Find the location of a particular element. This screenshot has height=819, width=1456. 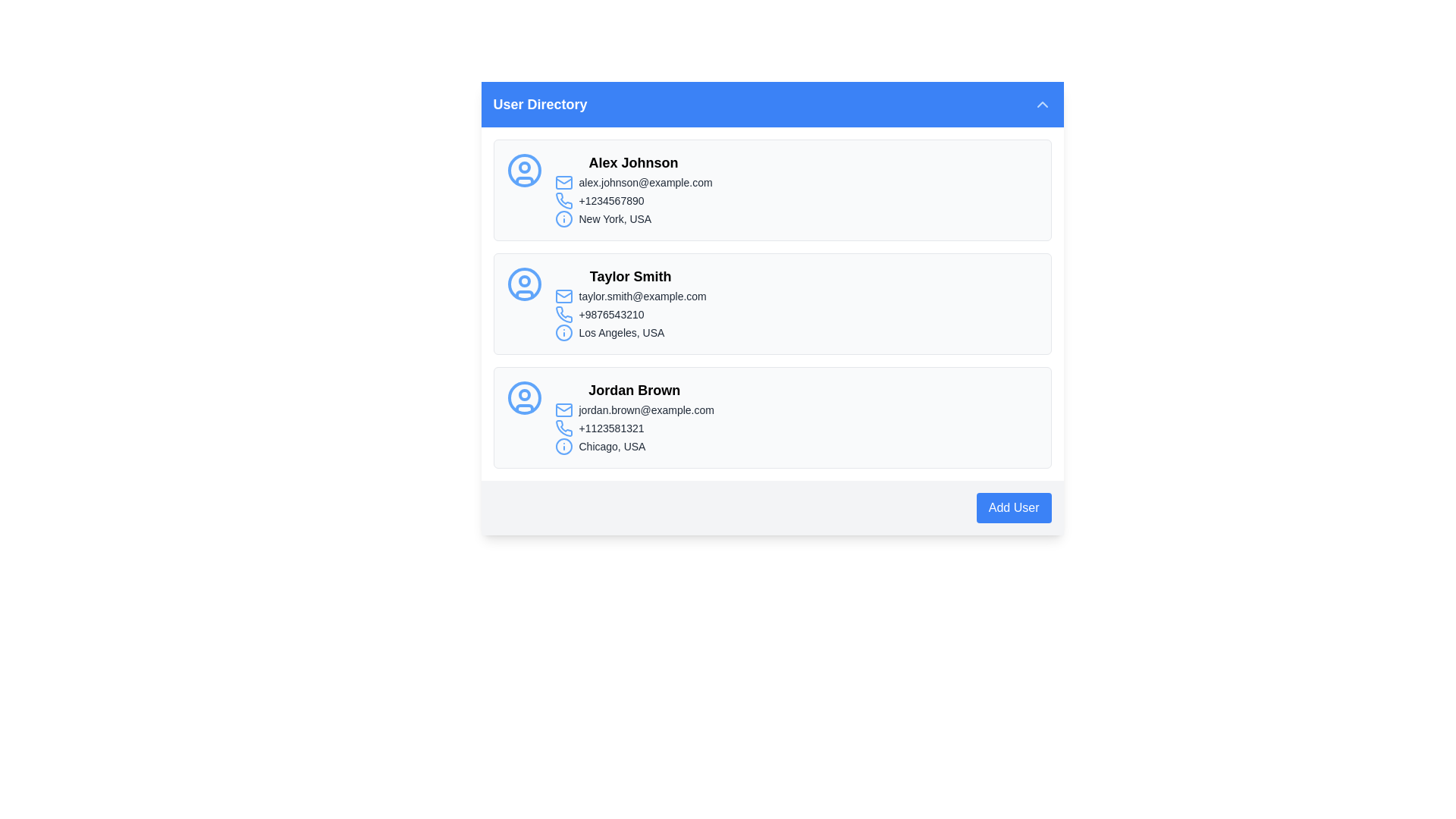

the minimalist envelope icon indicating the email address of Taylor Smith, located next to 'taylor.smith@example.com' is located at coordinates (563, 296).